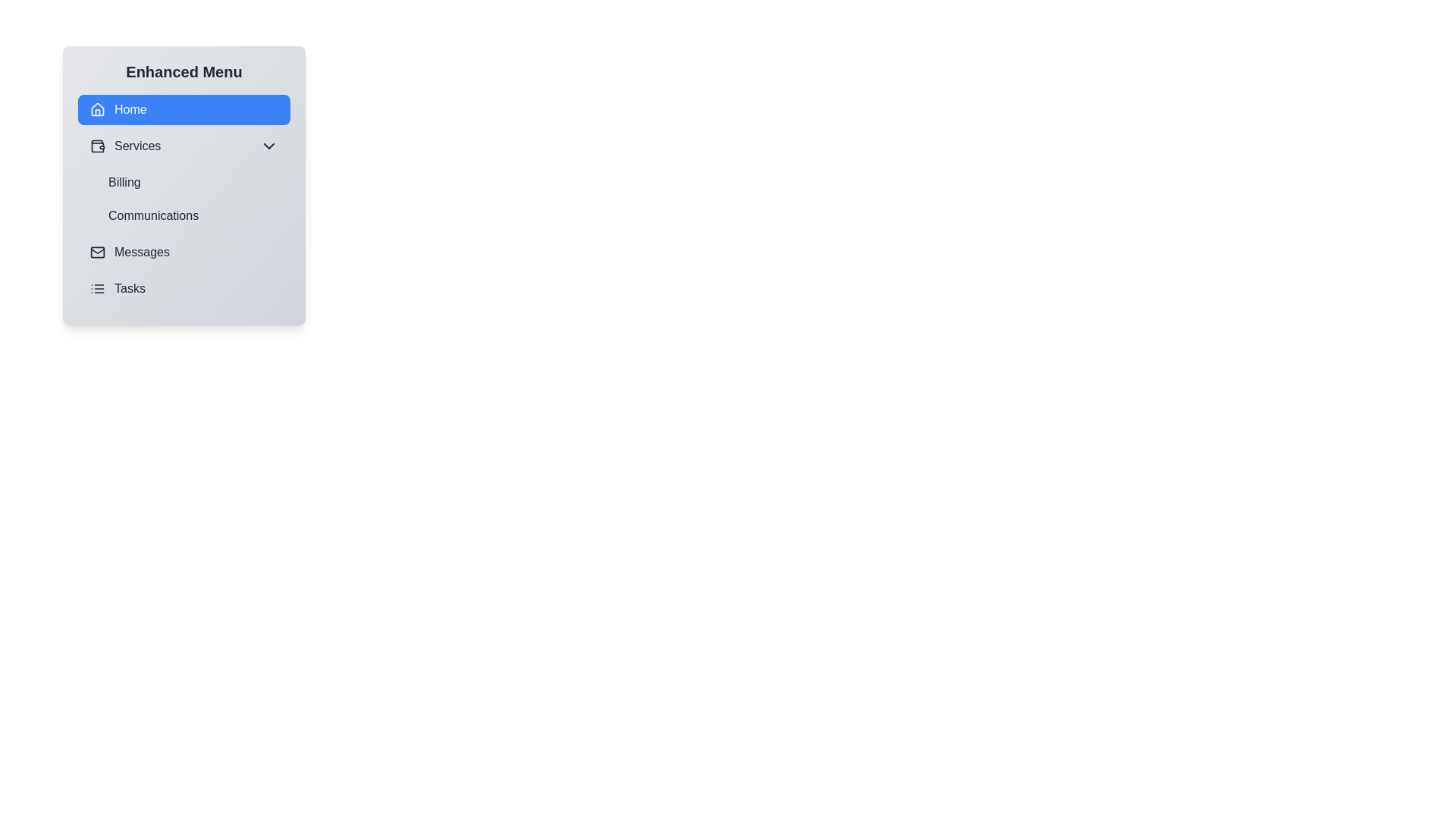 The height and width of the screenshot is (819, 1456). Describe the element at coordinates (97, 146) in the screenshot. I see `the wallet icon, which is a minimalistic SVG graphic located next to the text 'Services' in the menu` at that location.